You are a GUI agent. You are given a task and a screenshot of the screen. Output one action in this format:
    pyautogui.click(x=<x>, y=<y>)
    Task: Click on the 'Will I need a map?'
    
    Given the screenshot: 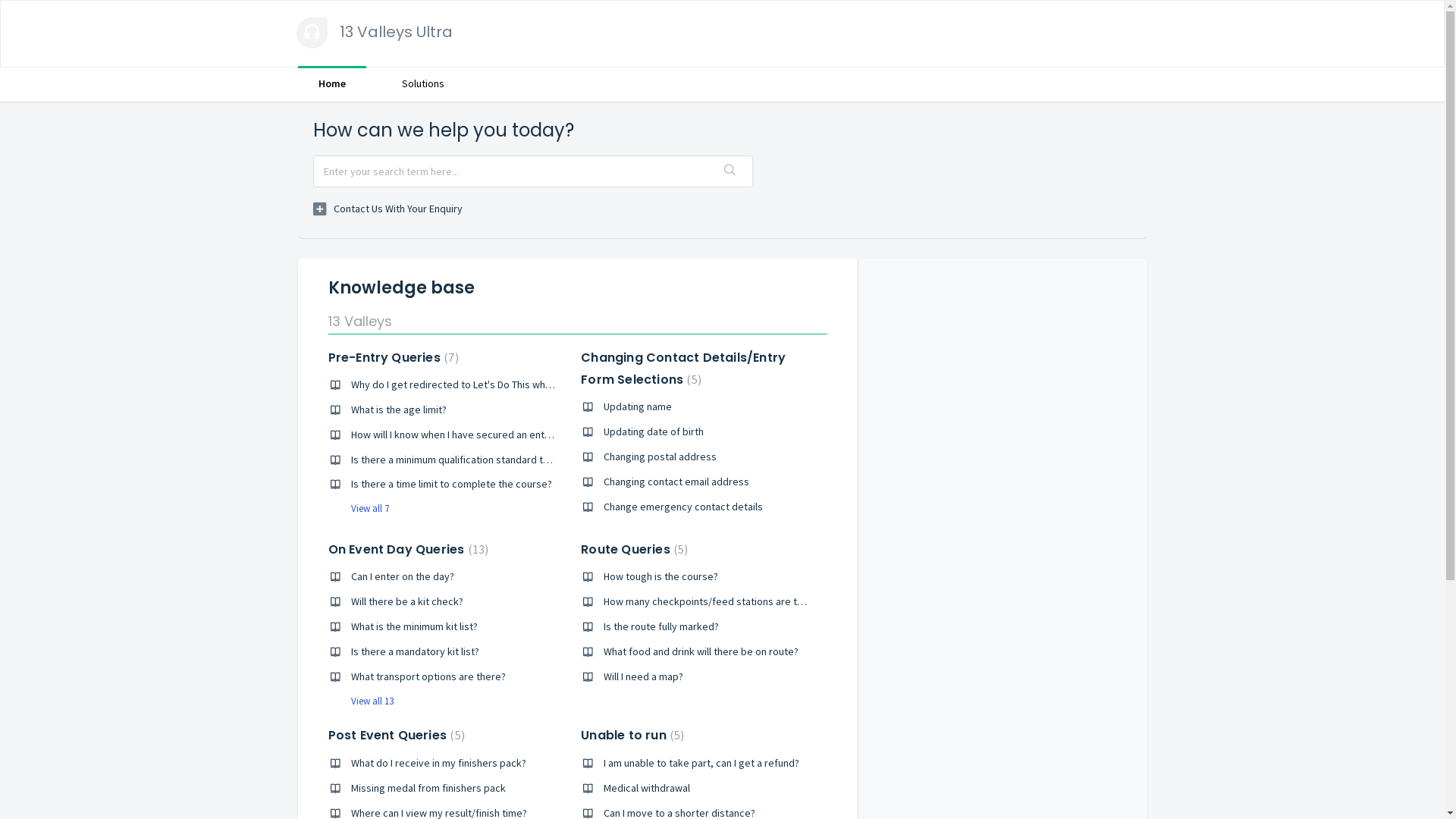 What is the action you would take?
    pyautogui.click(x=643, y=675)
    